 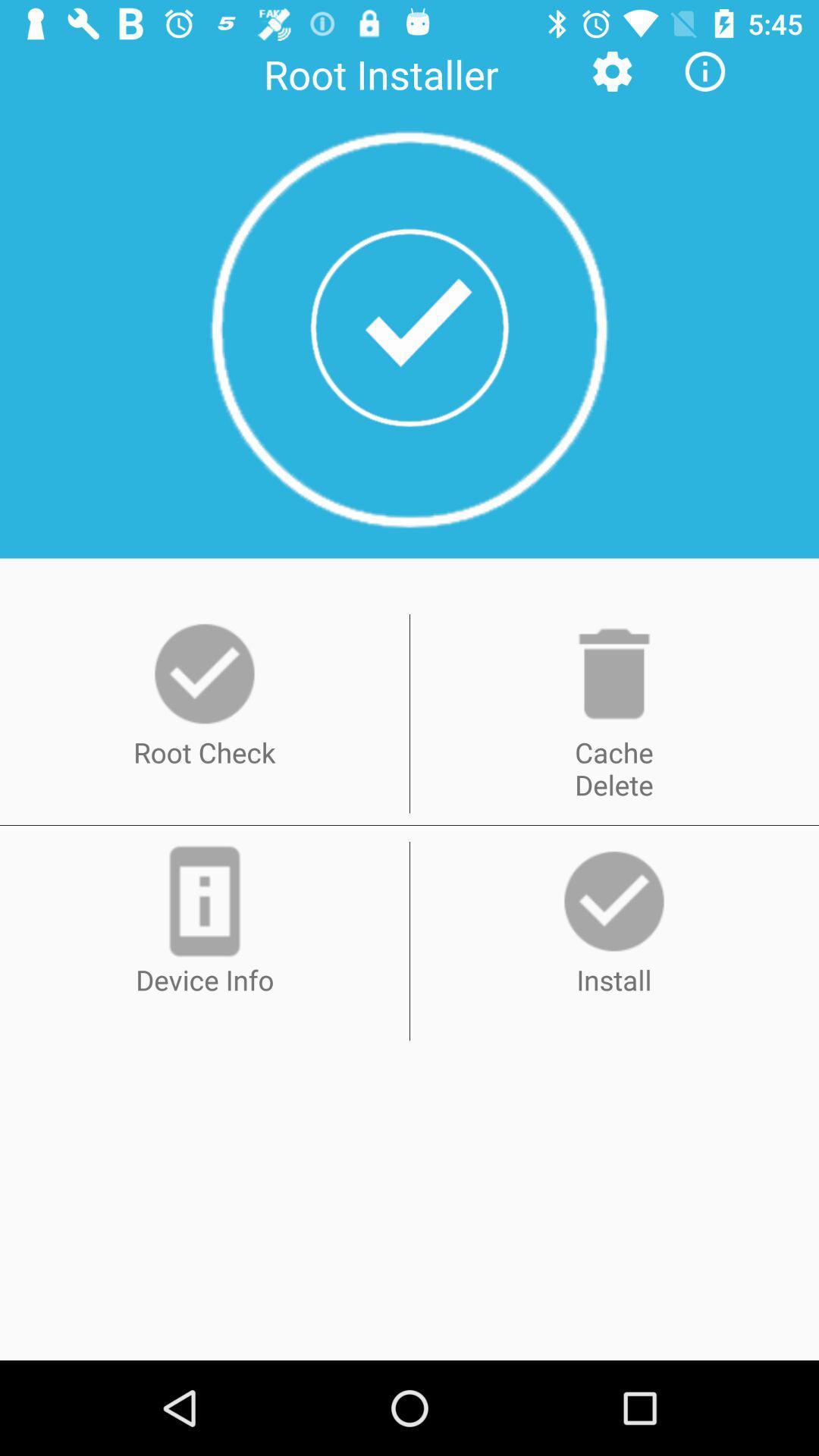 What do you see at coordinates (705, 71) in the screenshot?
I see `the info icon` at bounding box center [705, 71].